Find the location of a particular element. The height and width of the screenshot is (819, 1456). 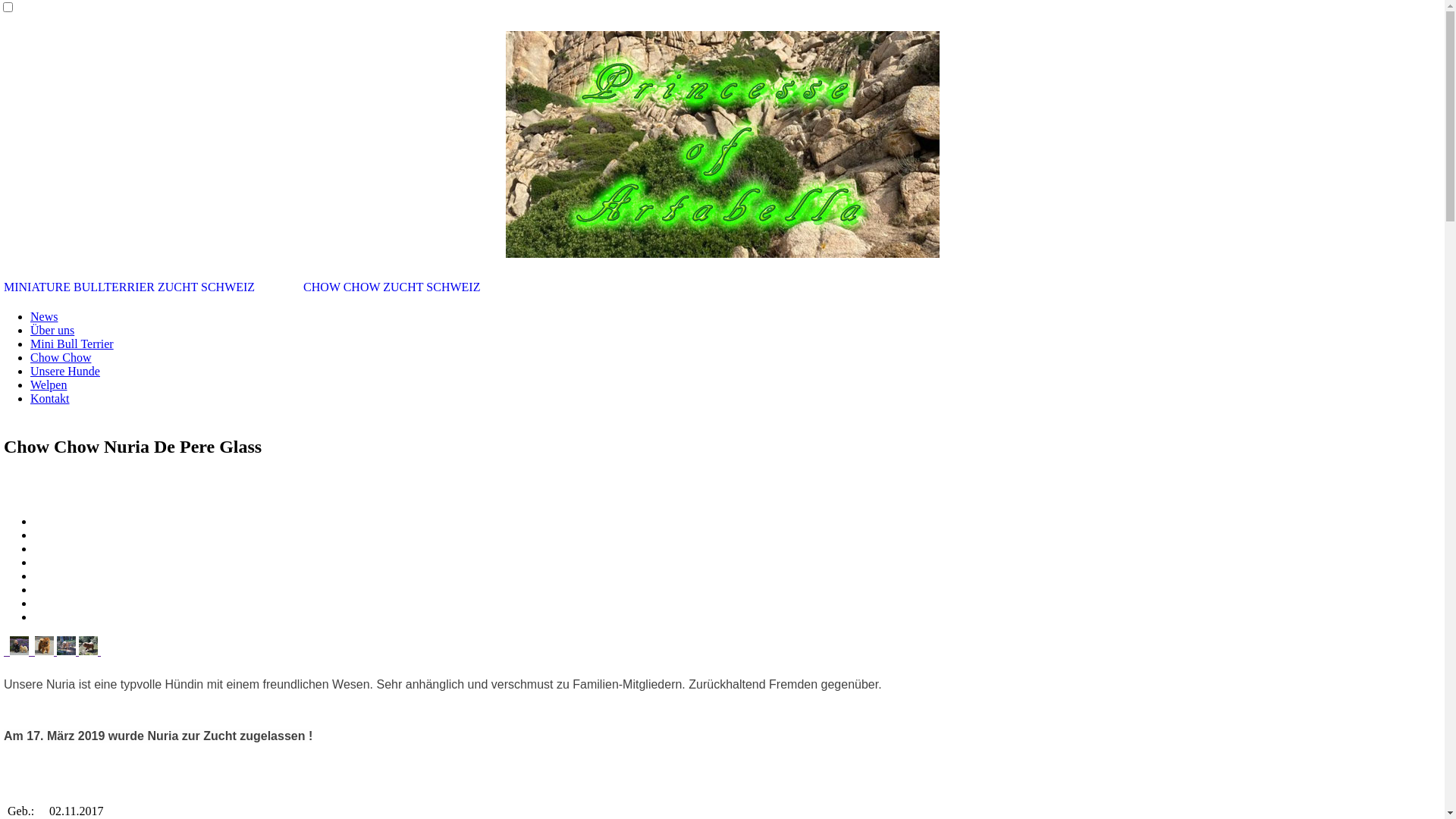

'Welpen' is located at coordinates (30, 384).